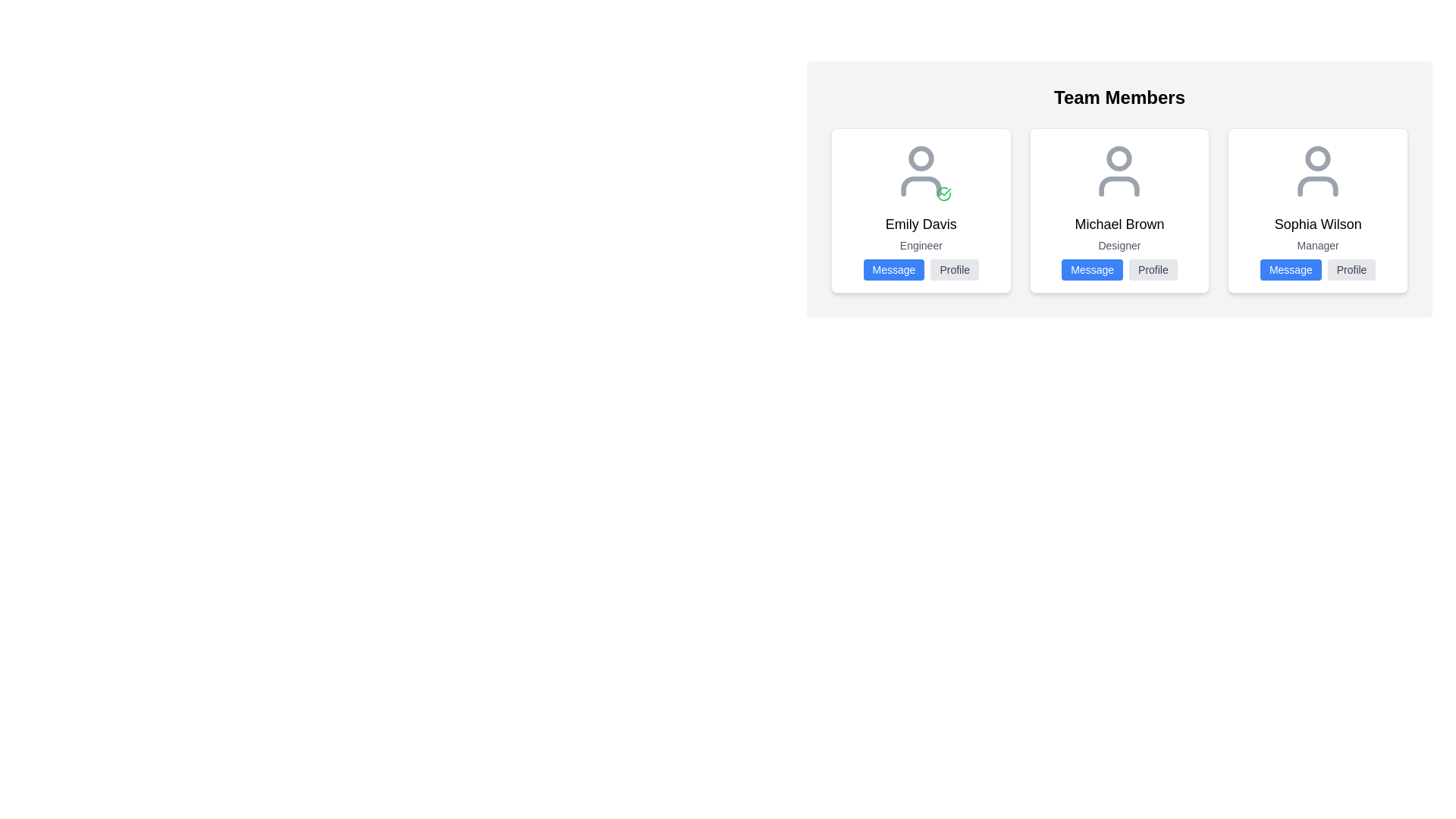 The image size is (1456, 819). What do you see at coordinates (920, 268) in the screenshot?
I see `the 'Message' button located in the Group of Buttons below Emily Davis's role 'Engineer'` at bounding box center [920, 268].